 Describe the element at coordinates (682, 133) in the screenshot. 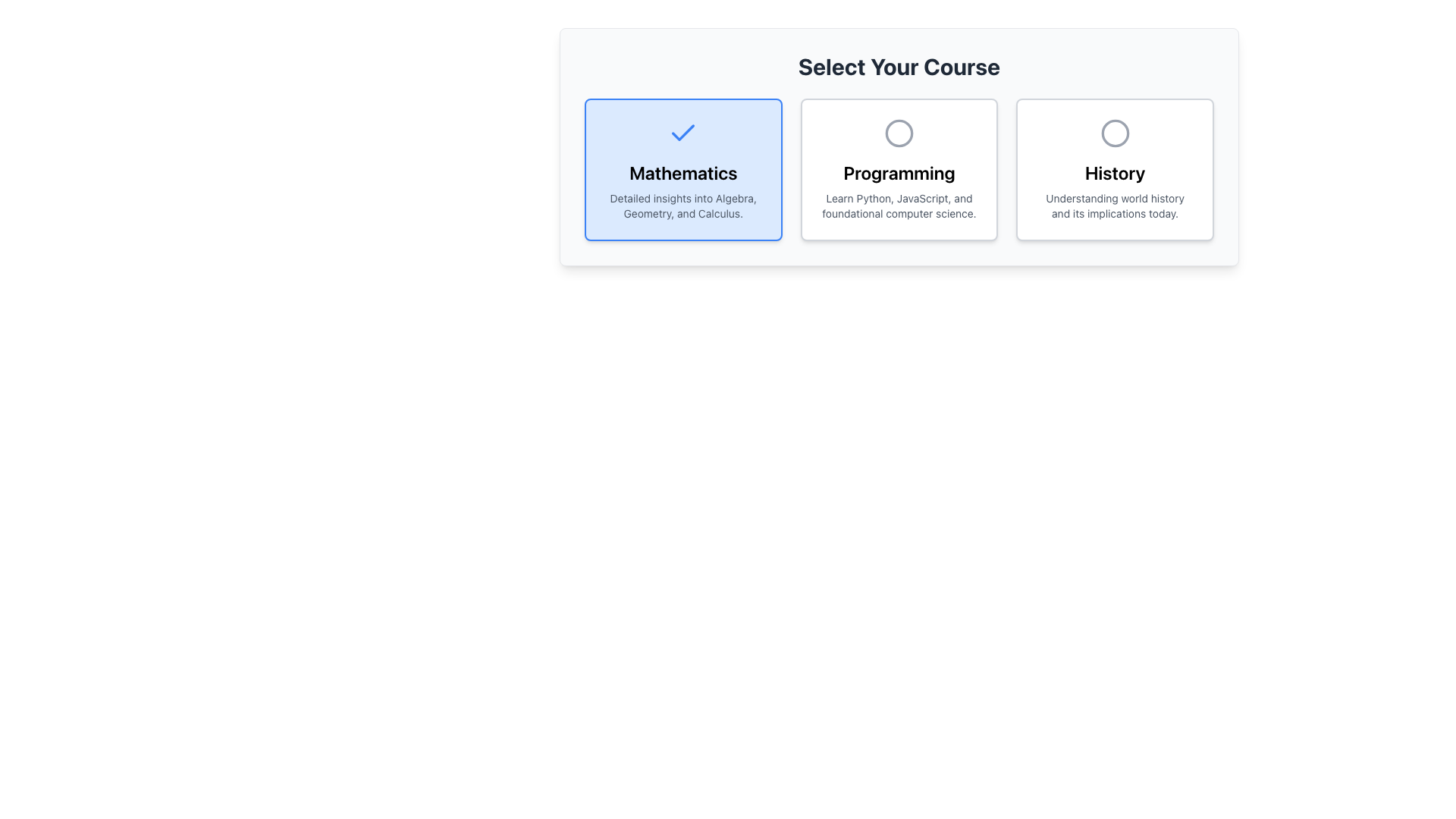

I see `the selection state of the central check mark icon within the blue-bordered box labeled 'Mathematics' in the selection panel` at that location.